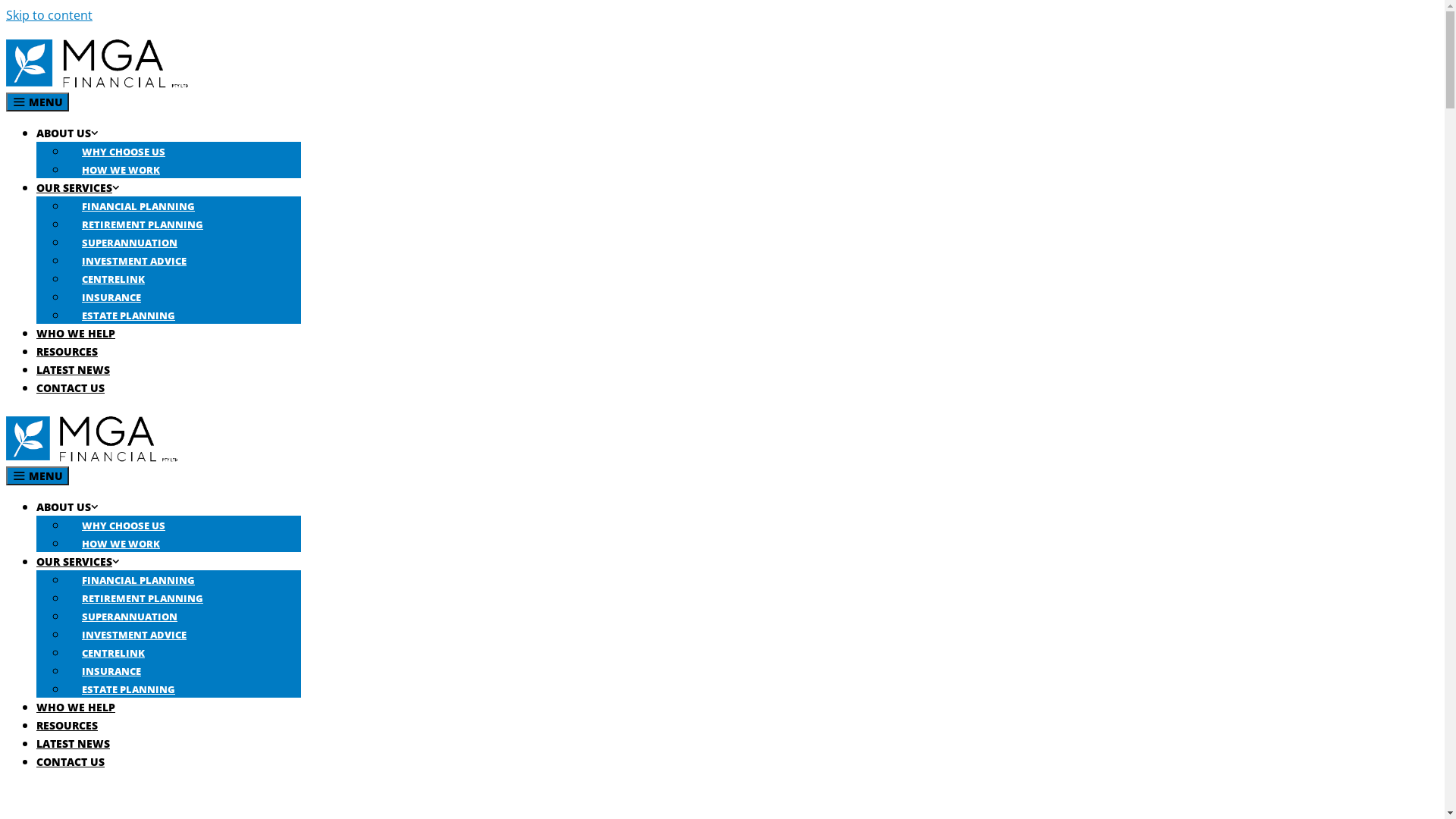 Image resolution: width=1456 pixels, height=819 pixels. What do you see at coordinates (90, 457) in the screenshot?
I see `'MGA Financial'` at bounding box center [90, 457].